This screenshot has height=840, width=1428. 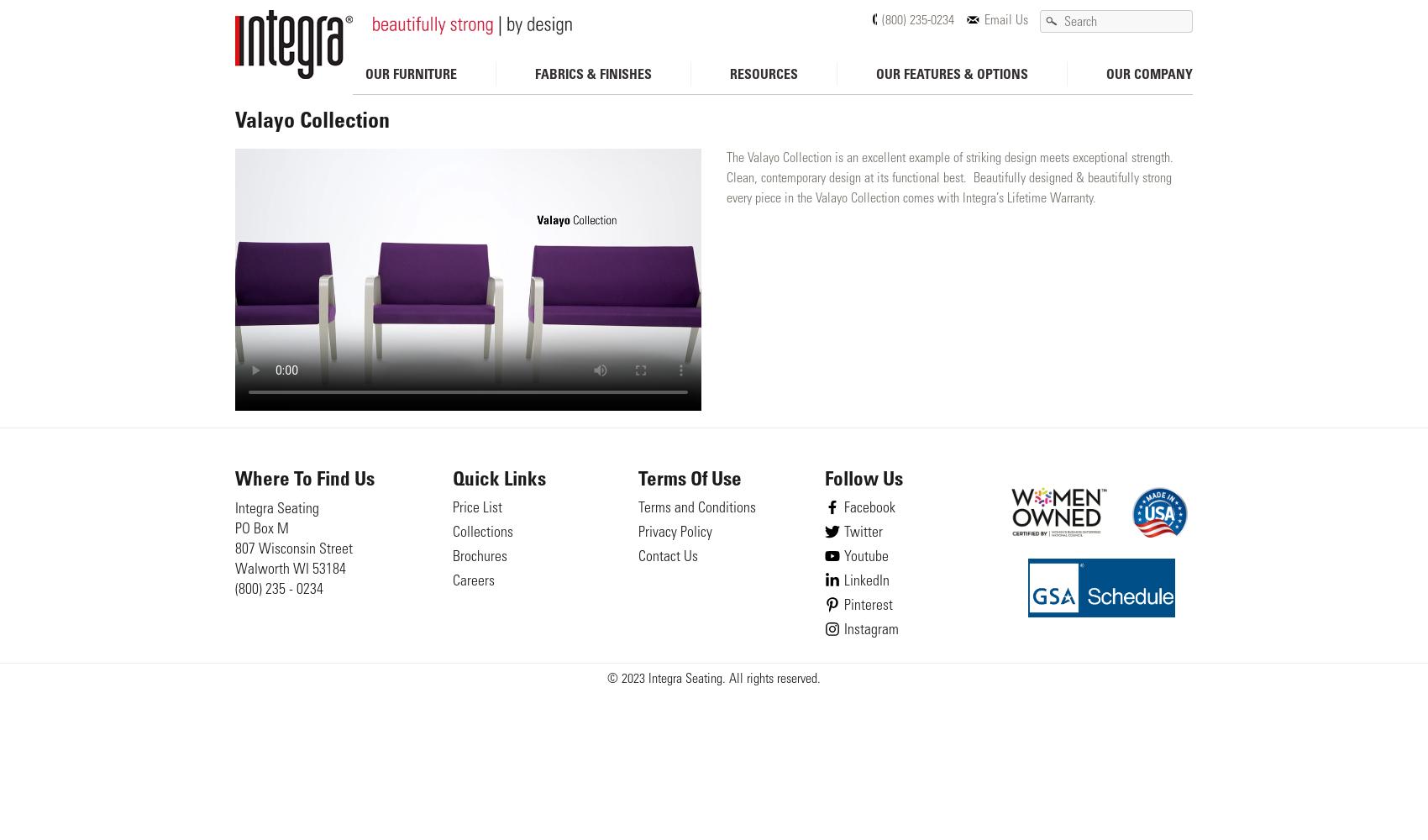 I want to click on 'Collections', so click(x=480, y=533).